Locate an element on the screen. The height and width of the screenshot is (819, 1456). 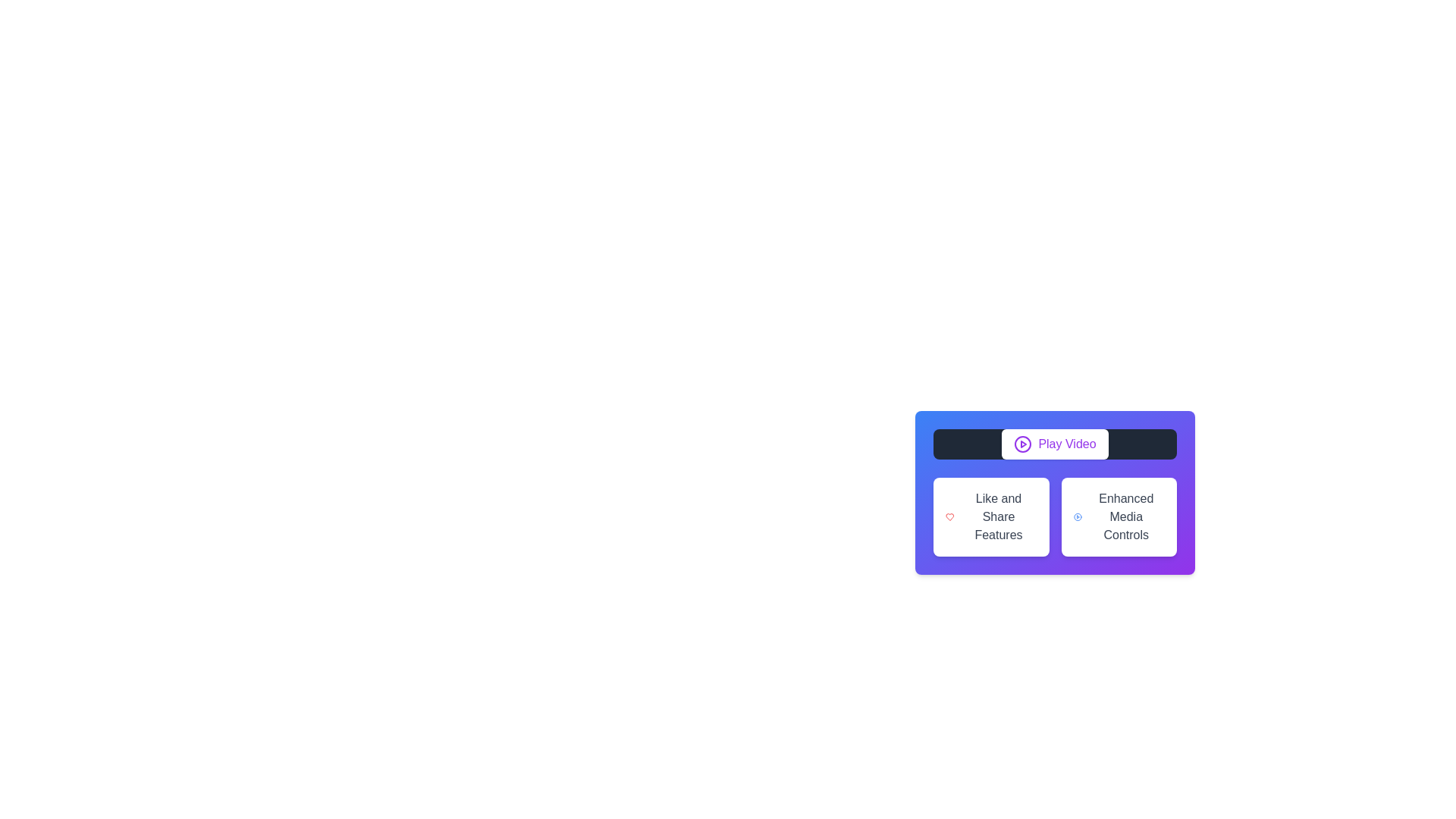
the 'Play Video' button, which has a white background, rounded corners, purple text and icon, and a shadow effect, to observe its hover effects such as background change is located at coordinates (1054, 444).